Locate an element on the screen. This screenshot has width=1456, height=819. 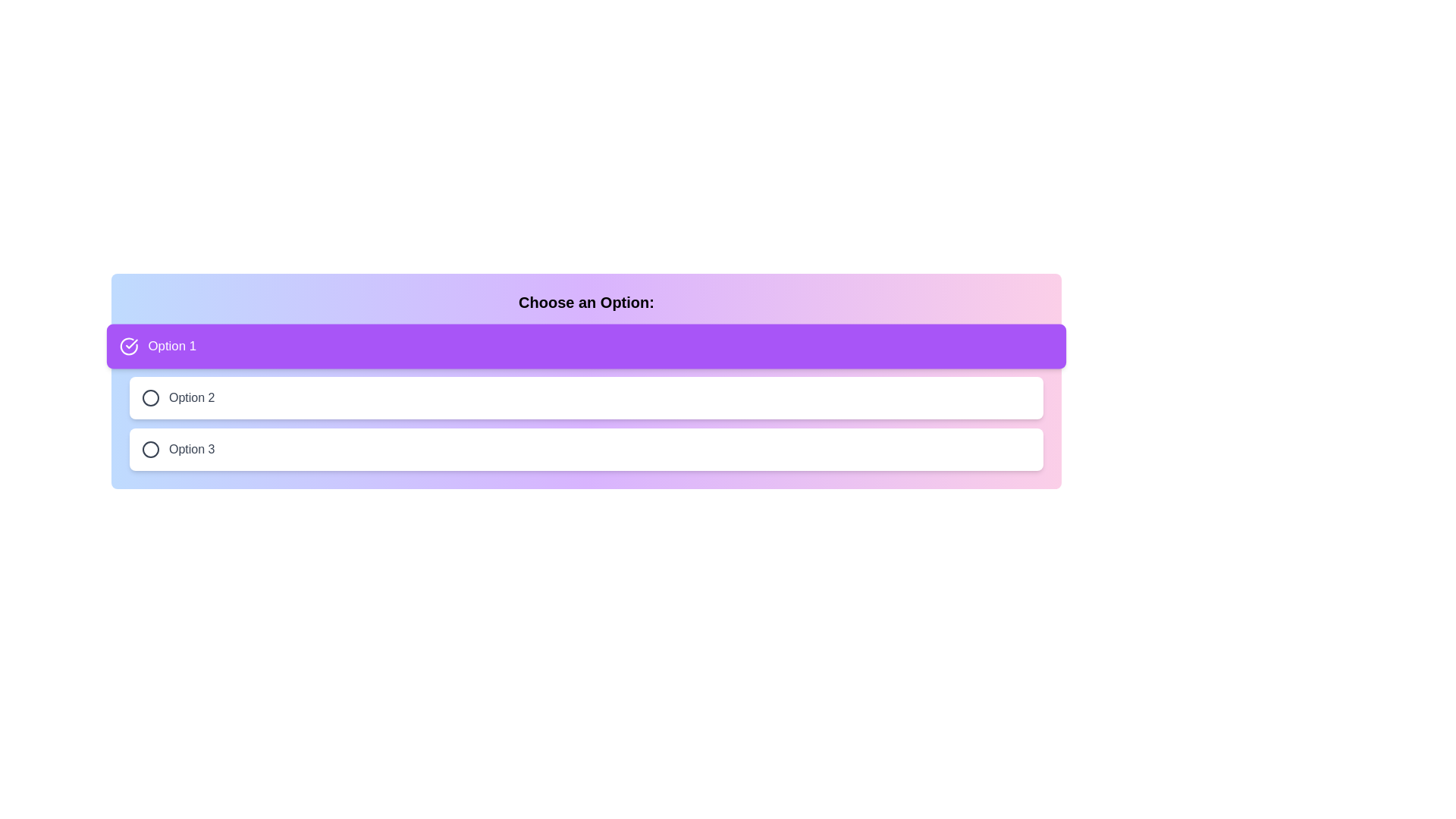
the checkmark icon within the circular border, which is located to the left of the text 'Option 1' is located at coordinates (131, 344).